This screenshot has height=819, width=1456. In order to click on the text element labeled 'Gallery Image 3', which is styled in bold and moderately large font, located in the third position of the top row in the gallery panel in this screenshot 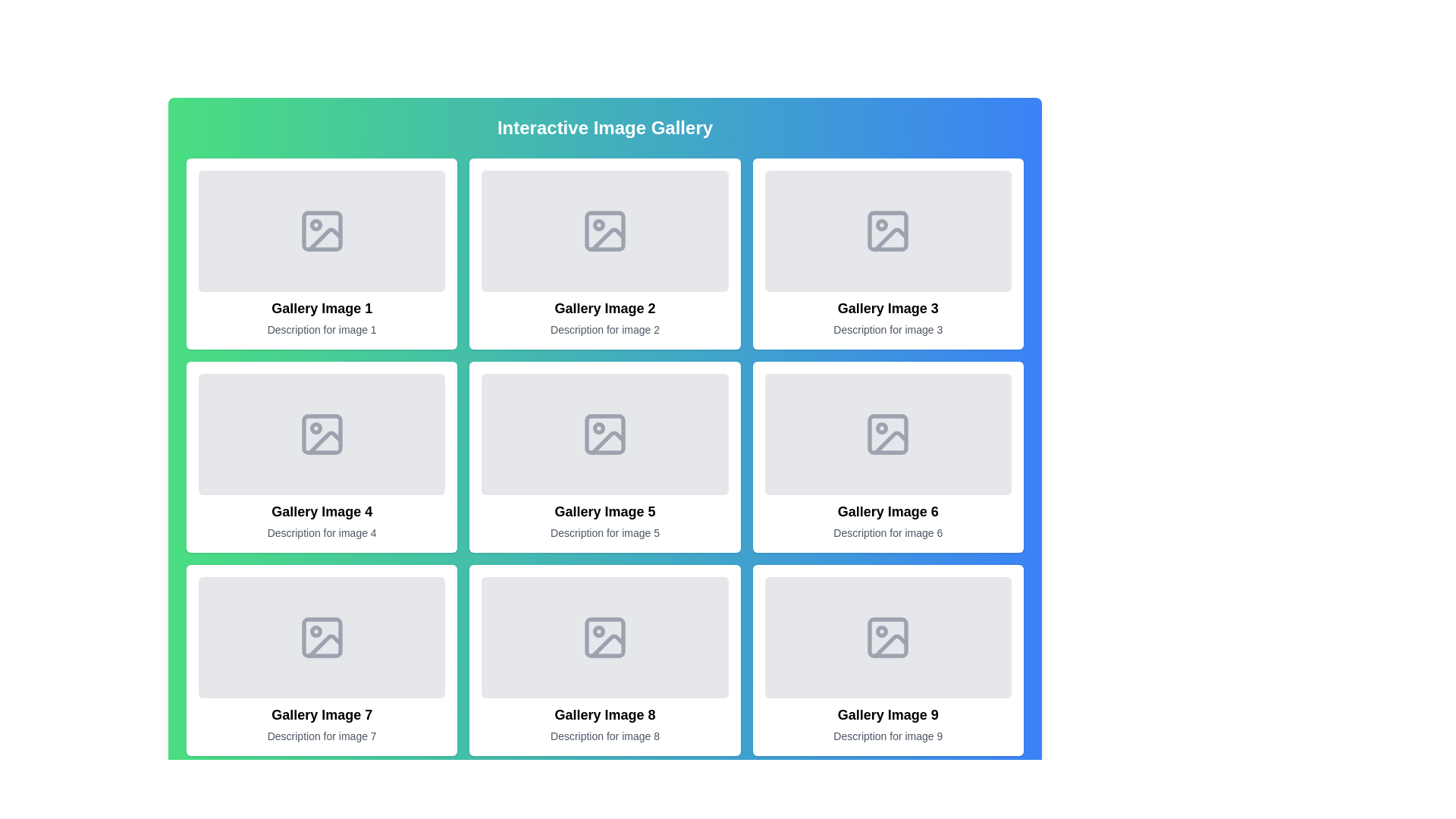, I will do `click(888, 308)`.